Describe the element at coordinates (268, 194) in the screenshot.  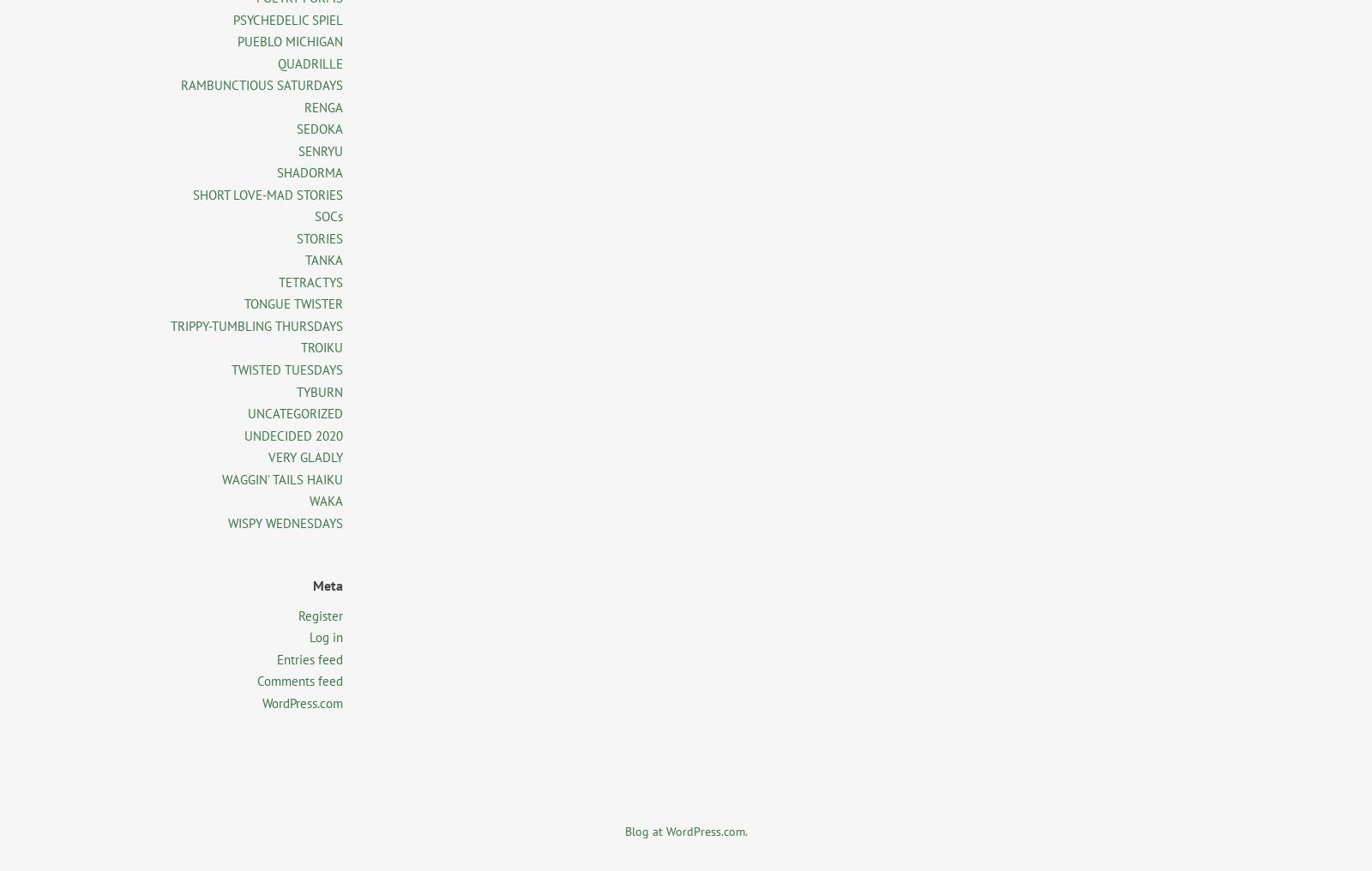
I see `'SHORT LOVE-MAD STORIES'` at that location.